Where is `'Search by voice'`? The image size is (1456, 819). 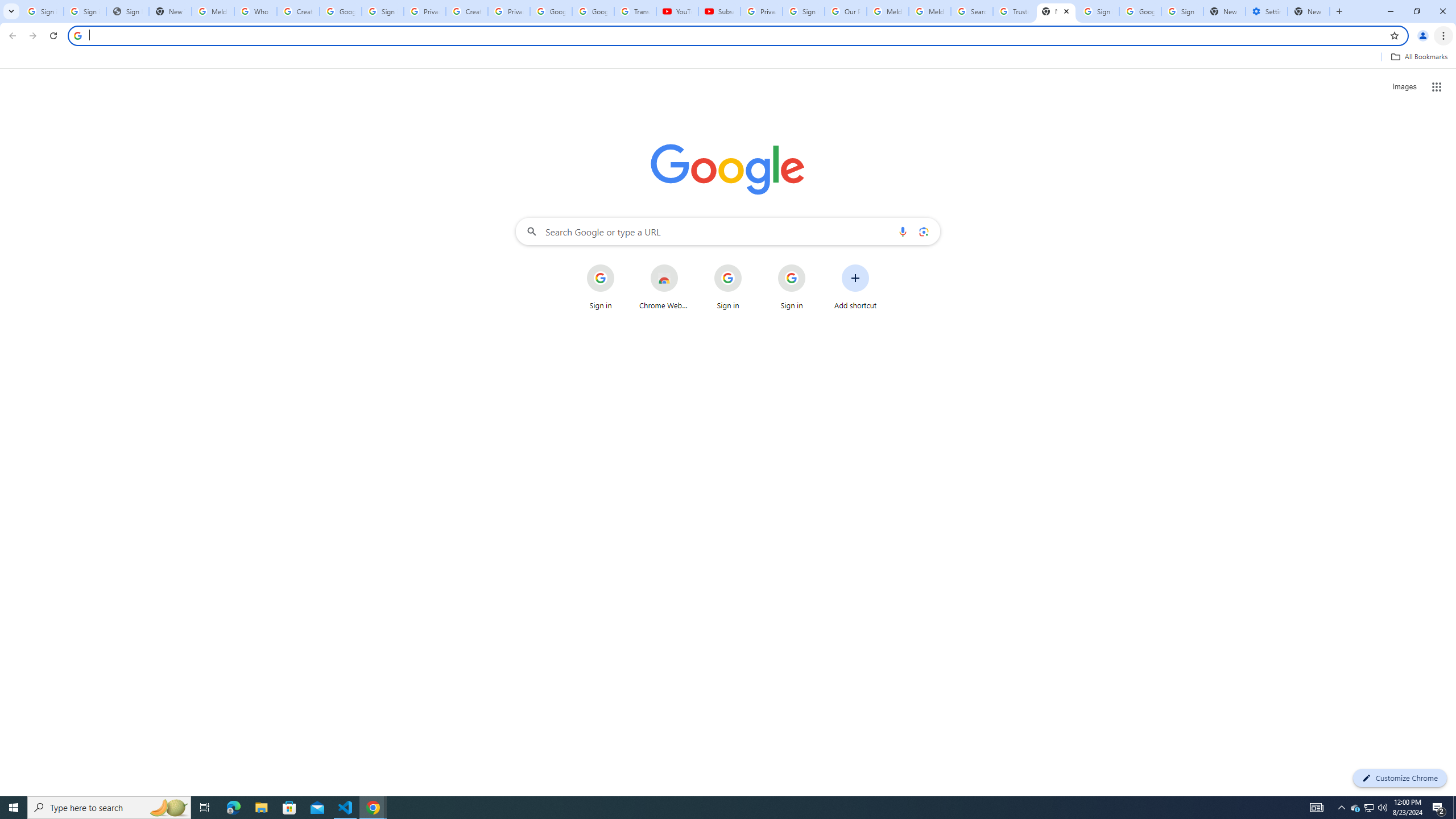 'Search by voice' is located at coordinates (902, 230).